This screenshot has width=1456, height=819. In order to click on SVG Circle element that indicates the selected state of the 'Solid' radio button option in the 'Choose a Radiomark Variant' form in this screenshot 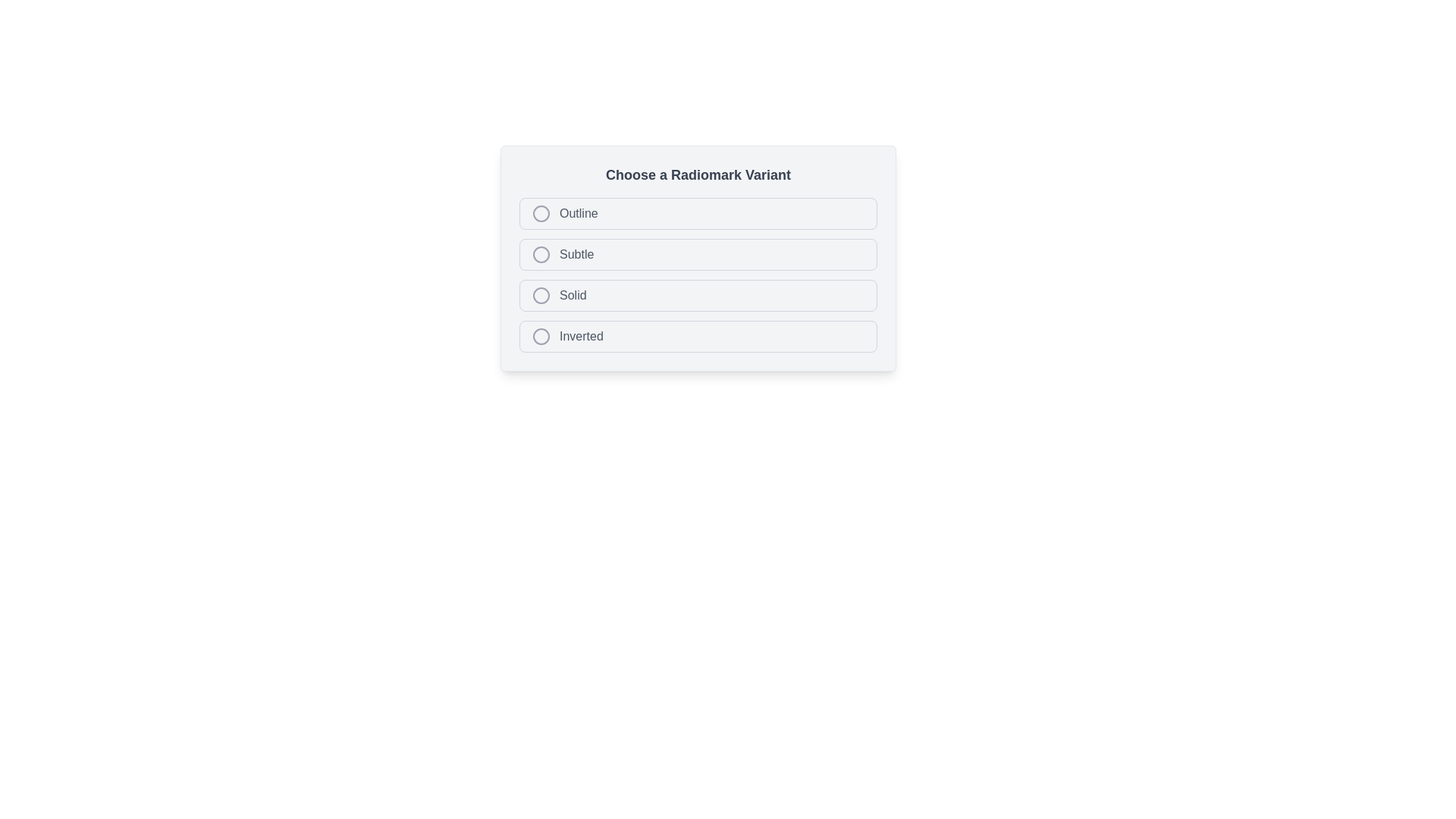, I will do `click(541, 295)`.